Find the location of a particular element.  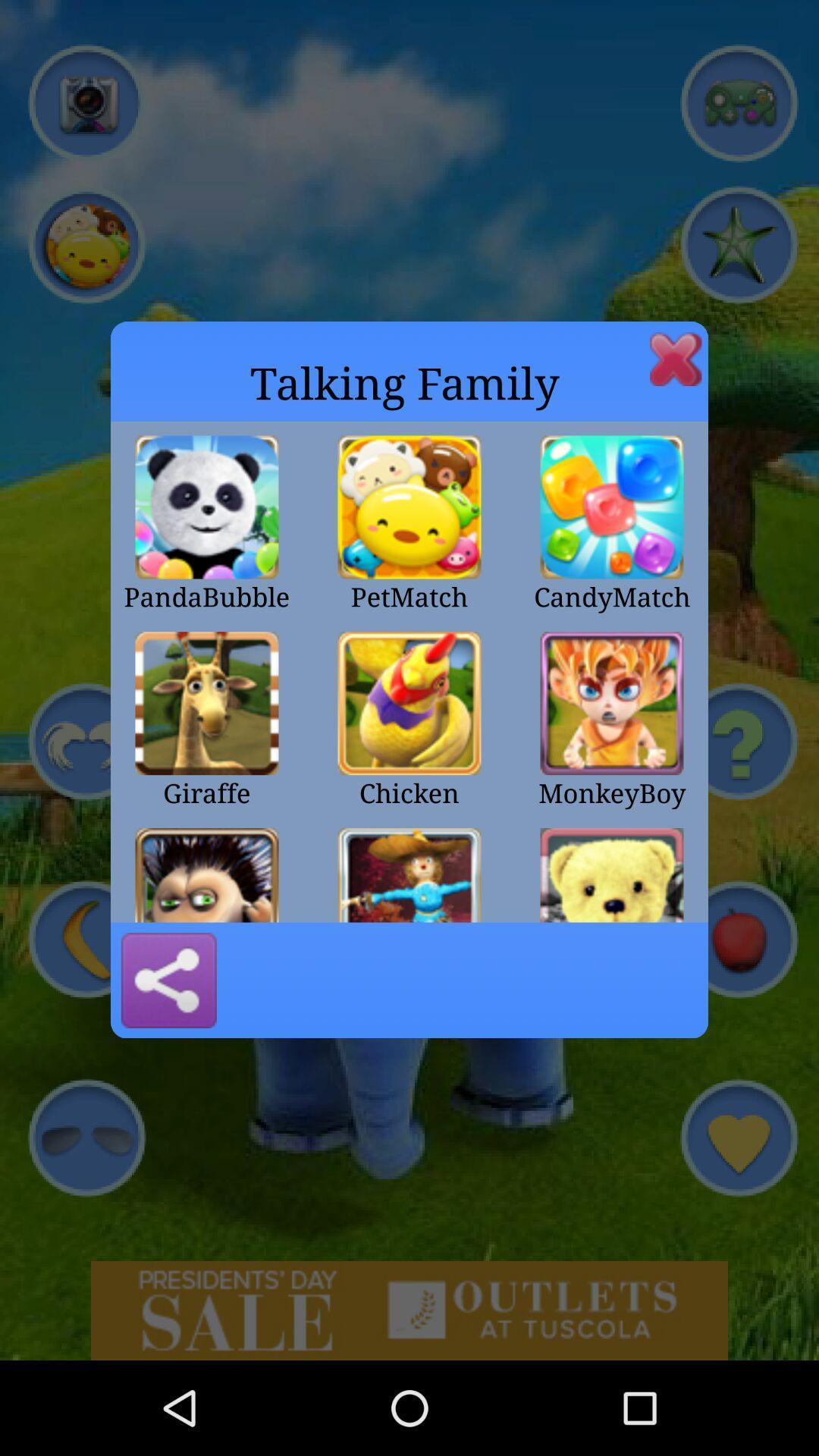

window is located at coordinates (675, 358).